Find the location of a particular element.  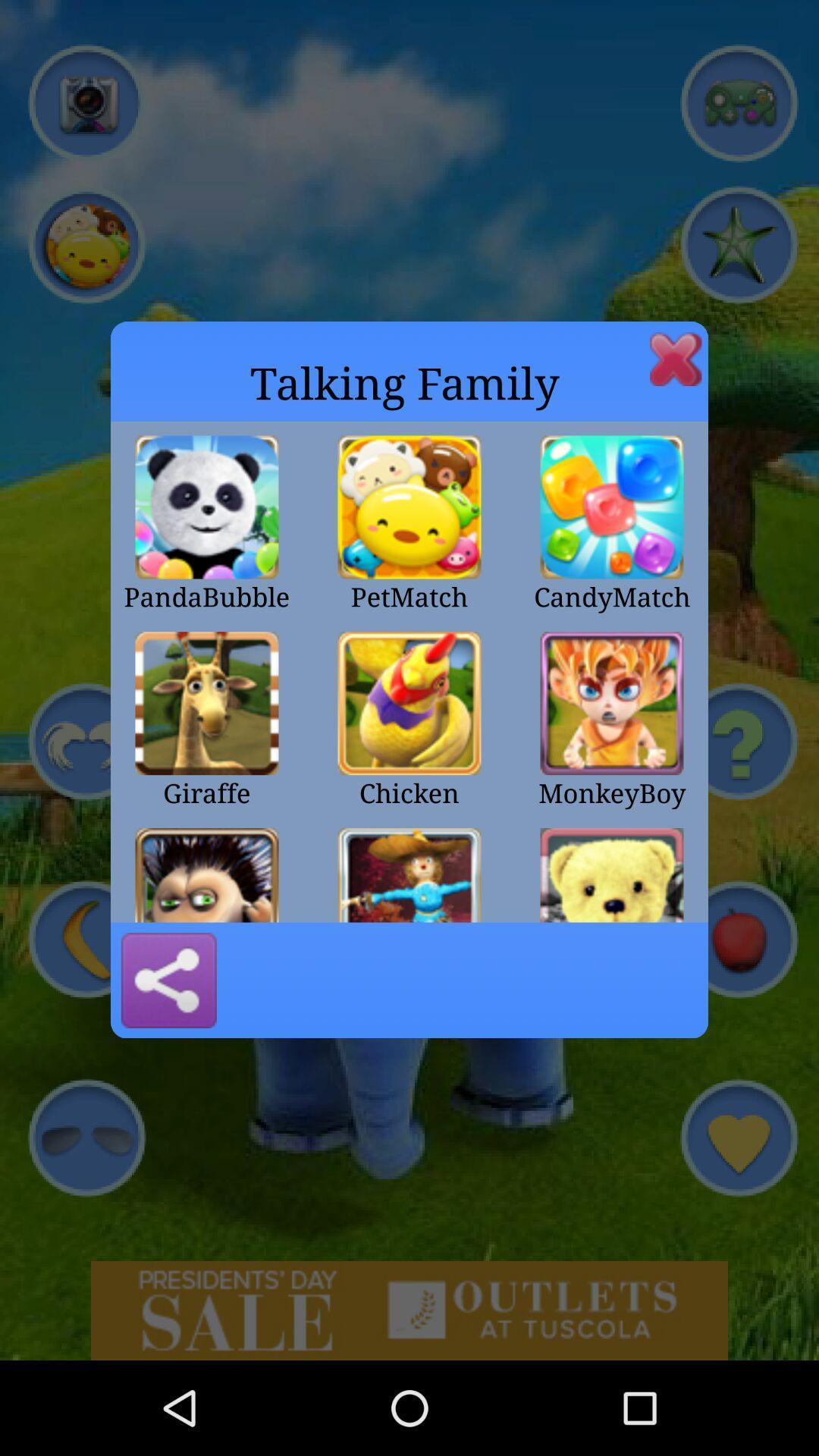

window is located at coordinates (675, 358).